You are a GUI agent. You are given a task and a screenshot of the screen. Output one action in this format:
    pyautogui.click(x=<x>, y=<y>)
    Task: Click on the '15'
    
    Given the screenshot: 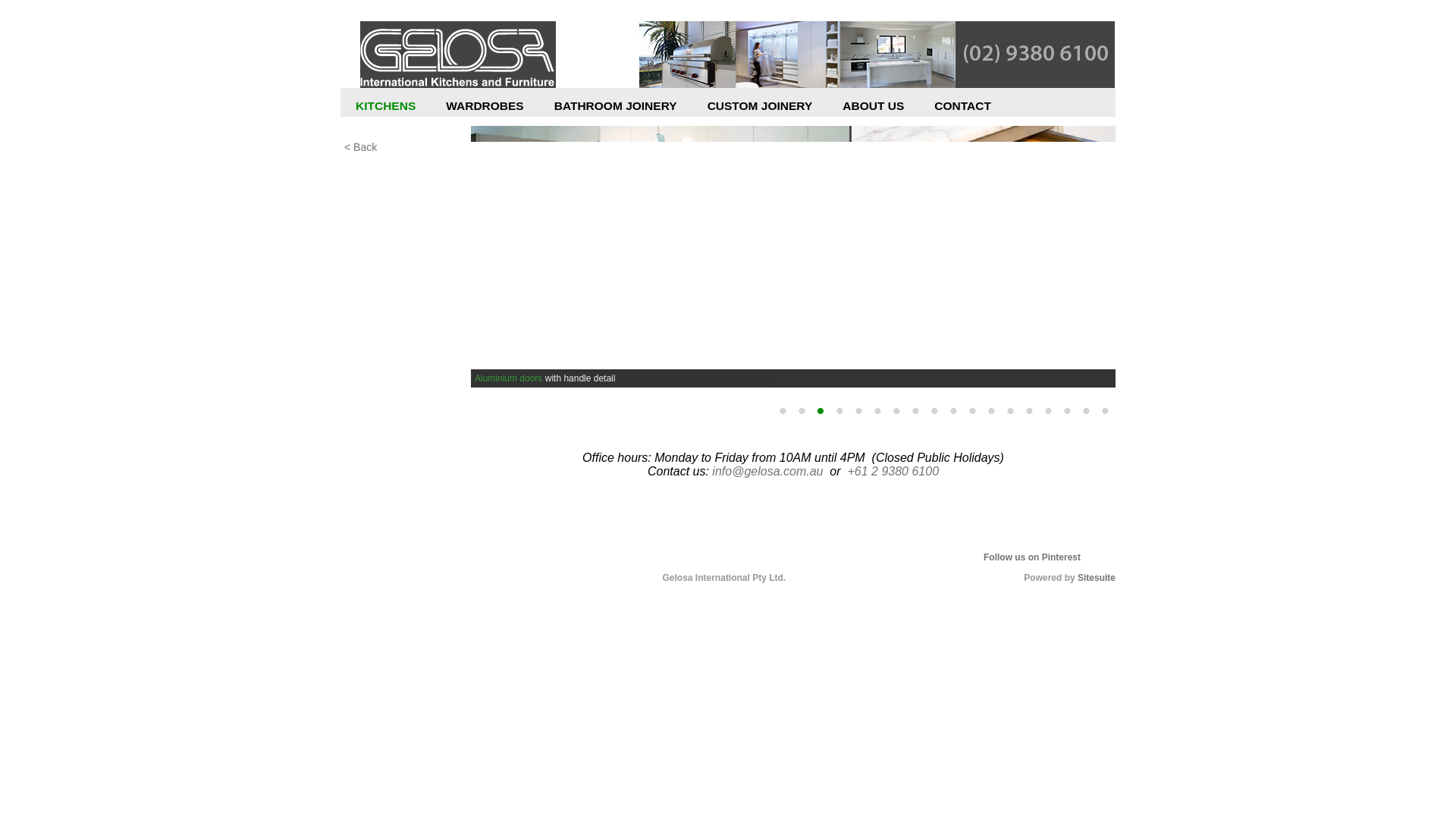 What is the action you would take?
    pyautogui.click(x=1047, y=411)
    